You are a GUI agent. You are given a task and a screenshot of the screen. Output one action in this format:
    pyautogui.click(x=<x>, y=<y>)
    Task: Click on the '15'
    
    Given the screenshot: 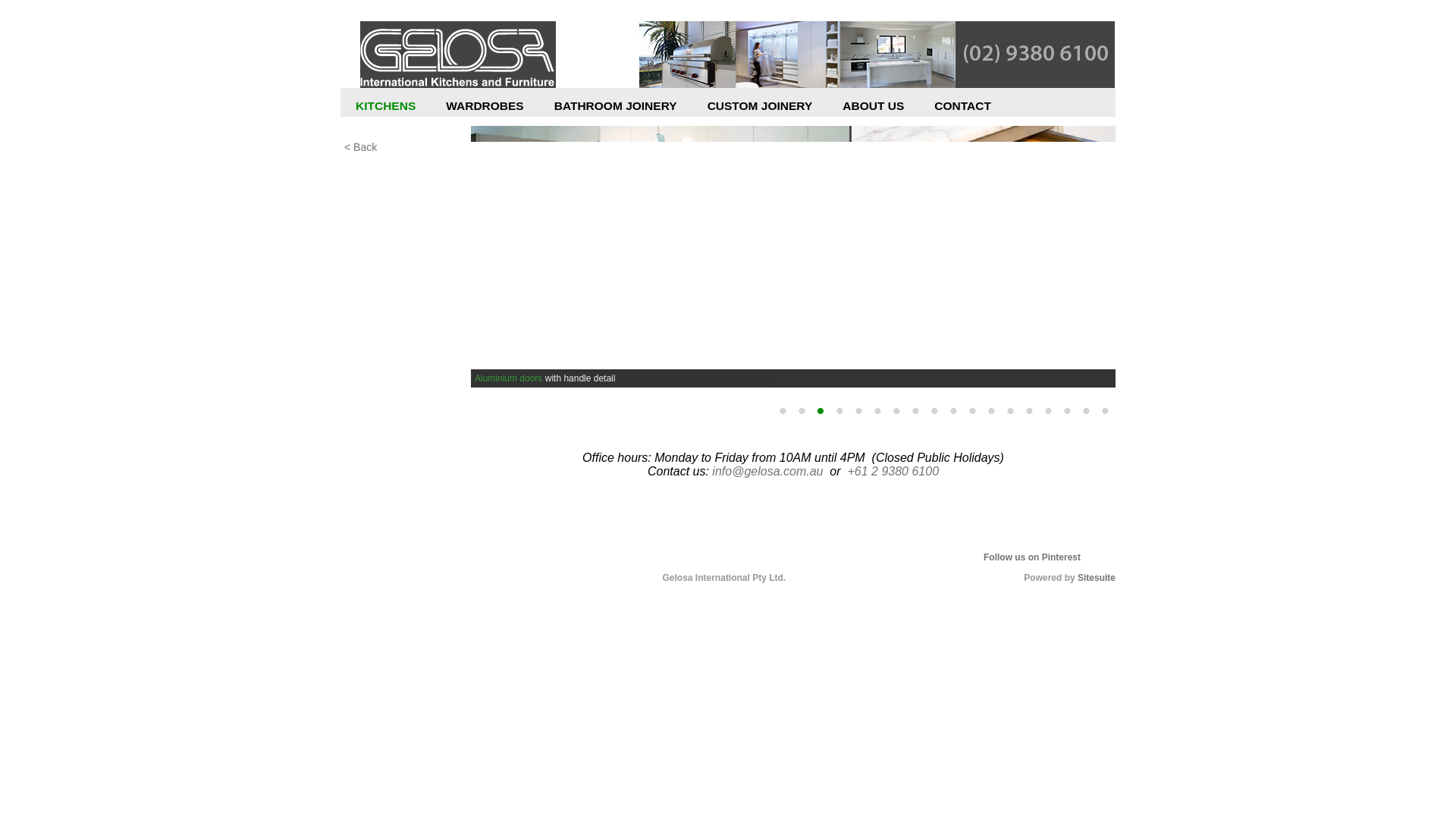 What is the action you would take?
    pyautogui.click(x=1047, y=411)
    